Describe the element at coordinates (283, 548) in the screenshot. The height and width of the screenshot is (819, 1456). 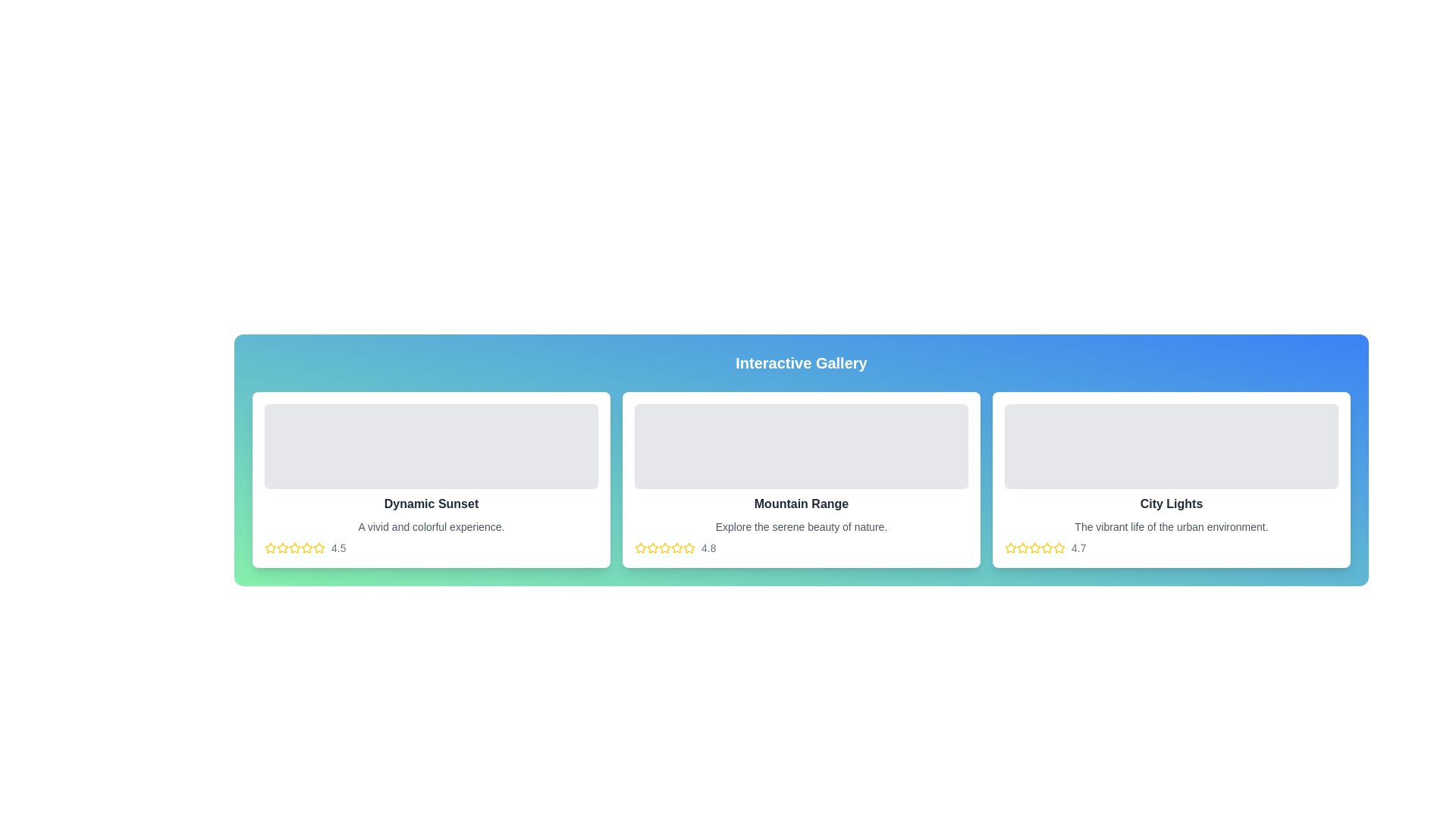
I see `the third yellow star icon in the rating system below the title 'Dynamic Sunset'` at that location.